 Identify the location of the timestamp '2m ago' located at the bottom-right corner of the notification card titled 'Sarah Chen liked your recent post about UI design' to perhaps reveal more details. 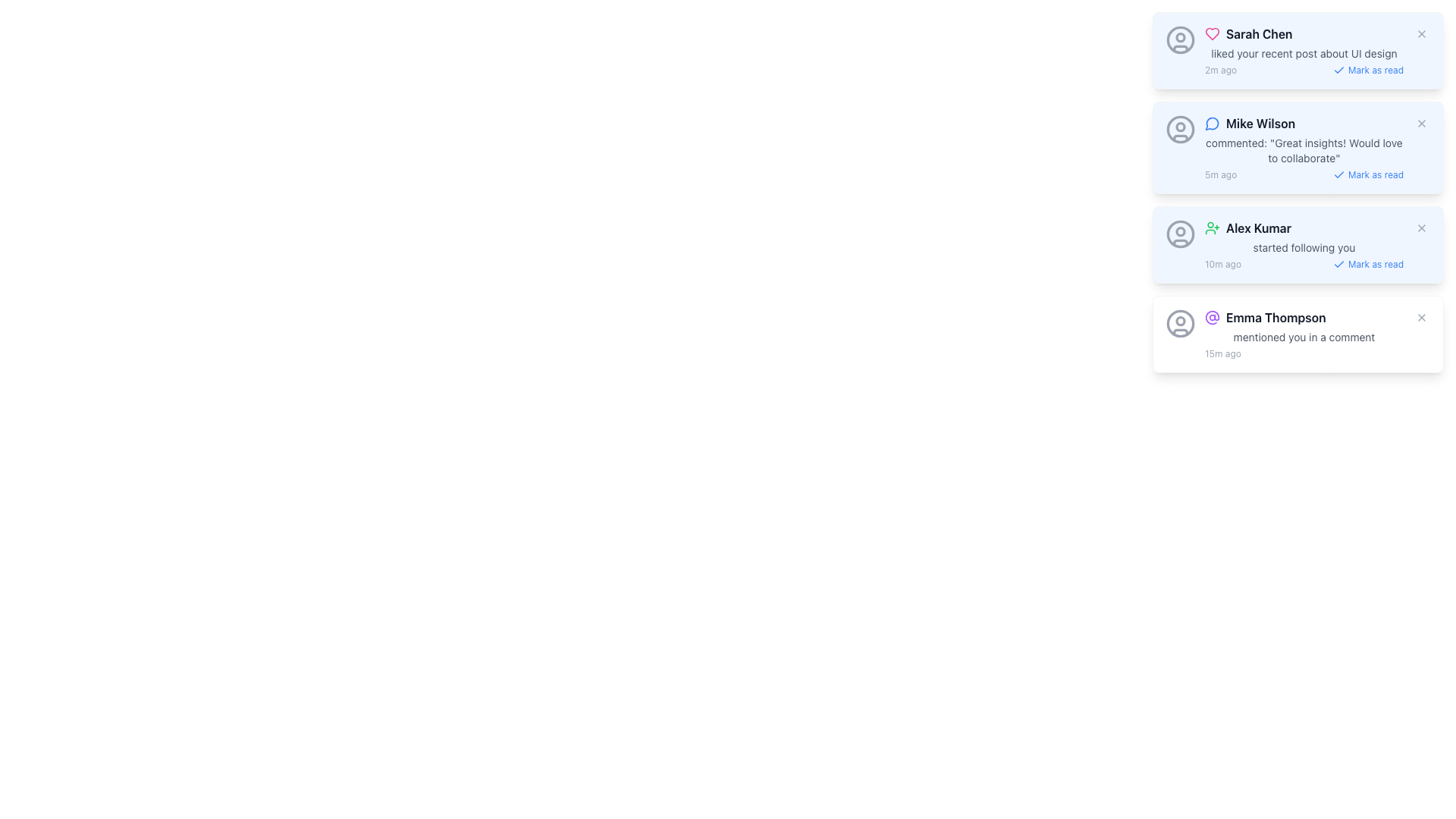
(1303, 70).